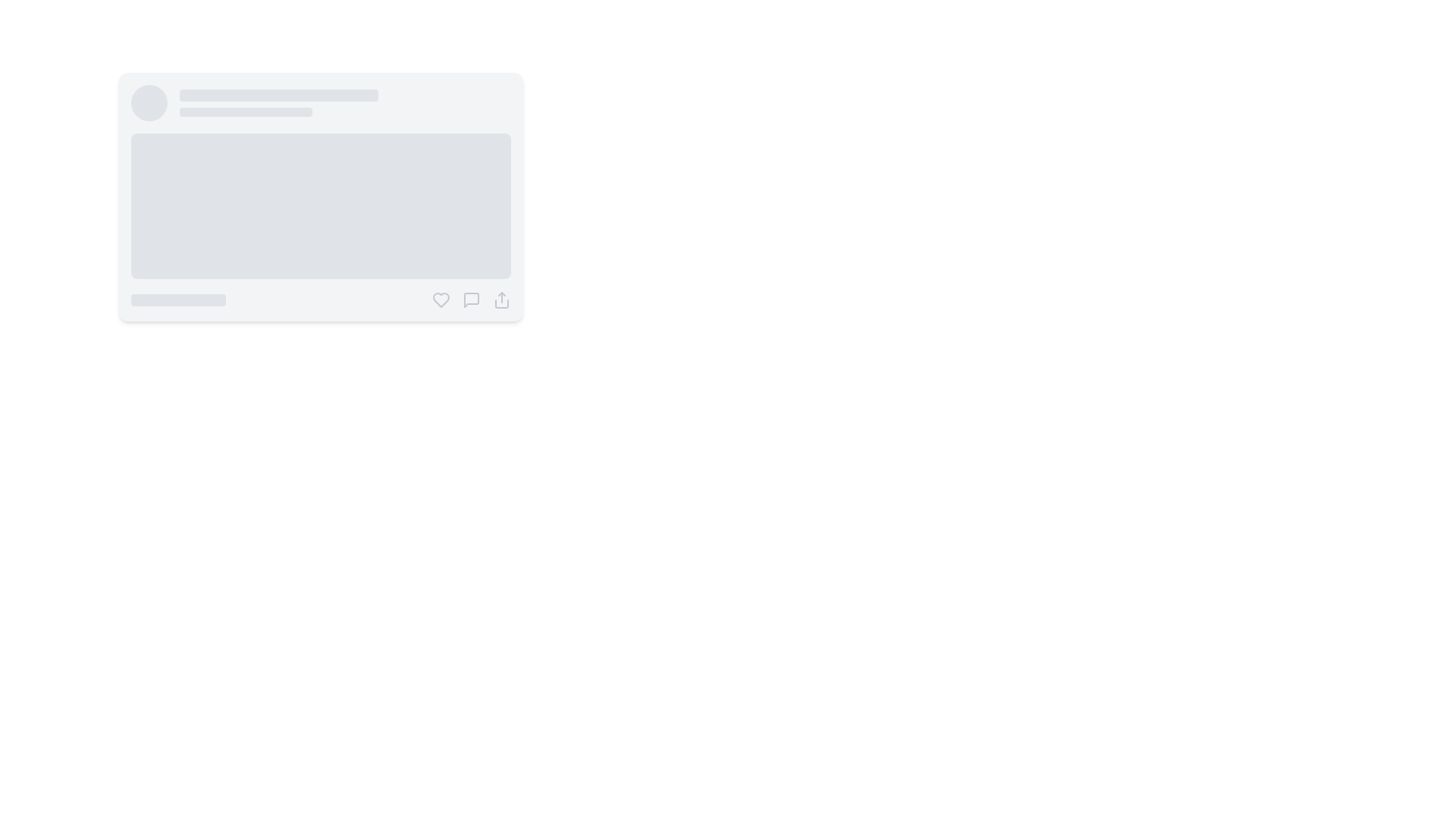 This screenshot has height=819, width=1456. What do you see at coordinates (502, 300) in the screenshot?
I see `the sharing icon button, which is an upward arrow in a square base located in the bottom-right corner of the card-like section` at bounding box center [502, 300].